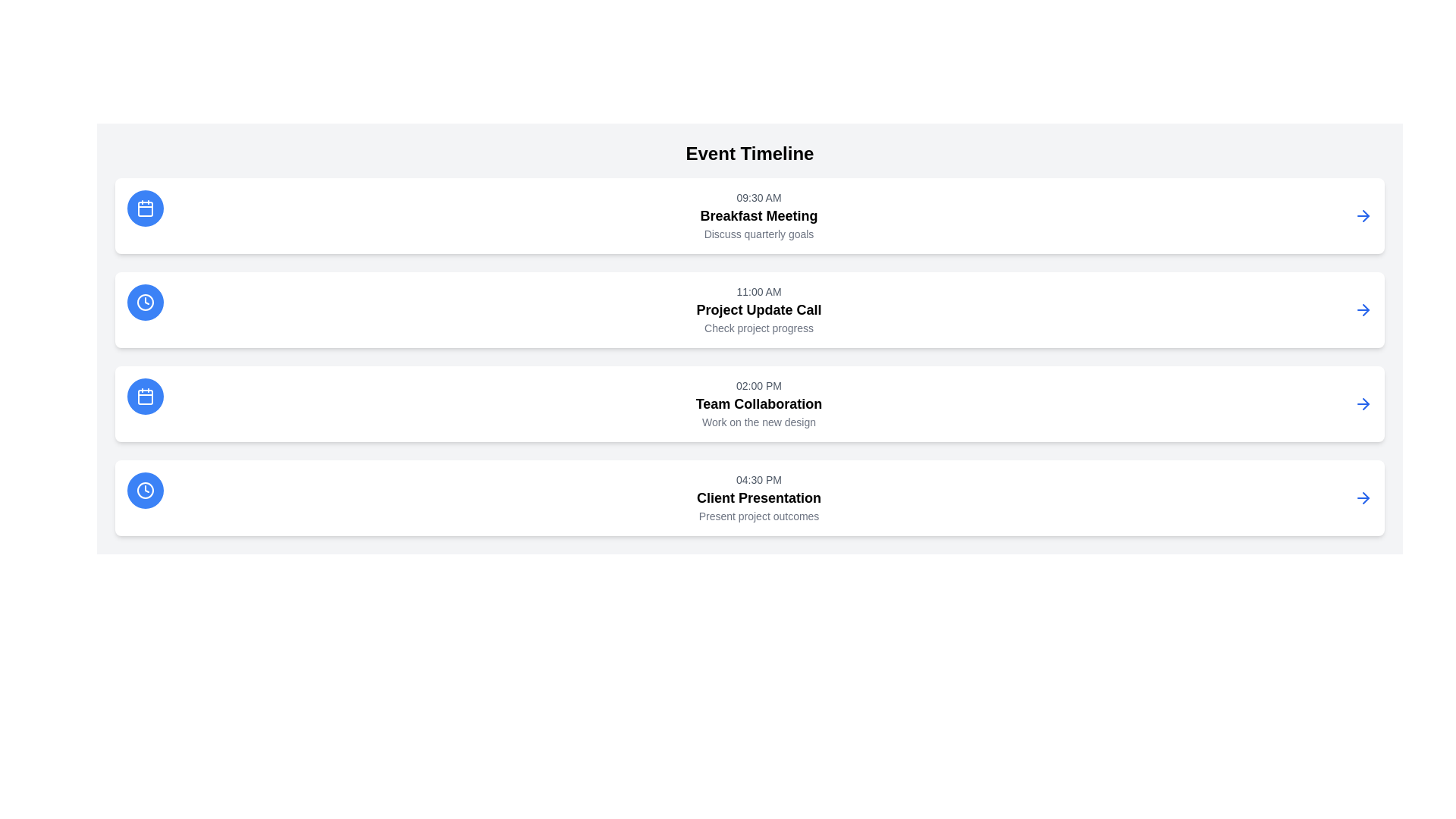 Image resolution: width=1456 pixels, height=819 pixels. I want to click on the Text Label representing the title of the scheduled event, located below the timestamp '04:30 PM' and above the description 'Present project outcomes' in the fourth section of the event timeline list, so click(759, 497).